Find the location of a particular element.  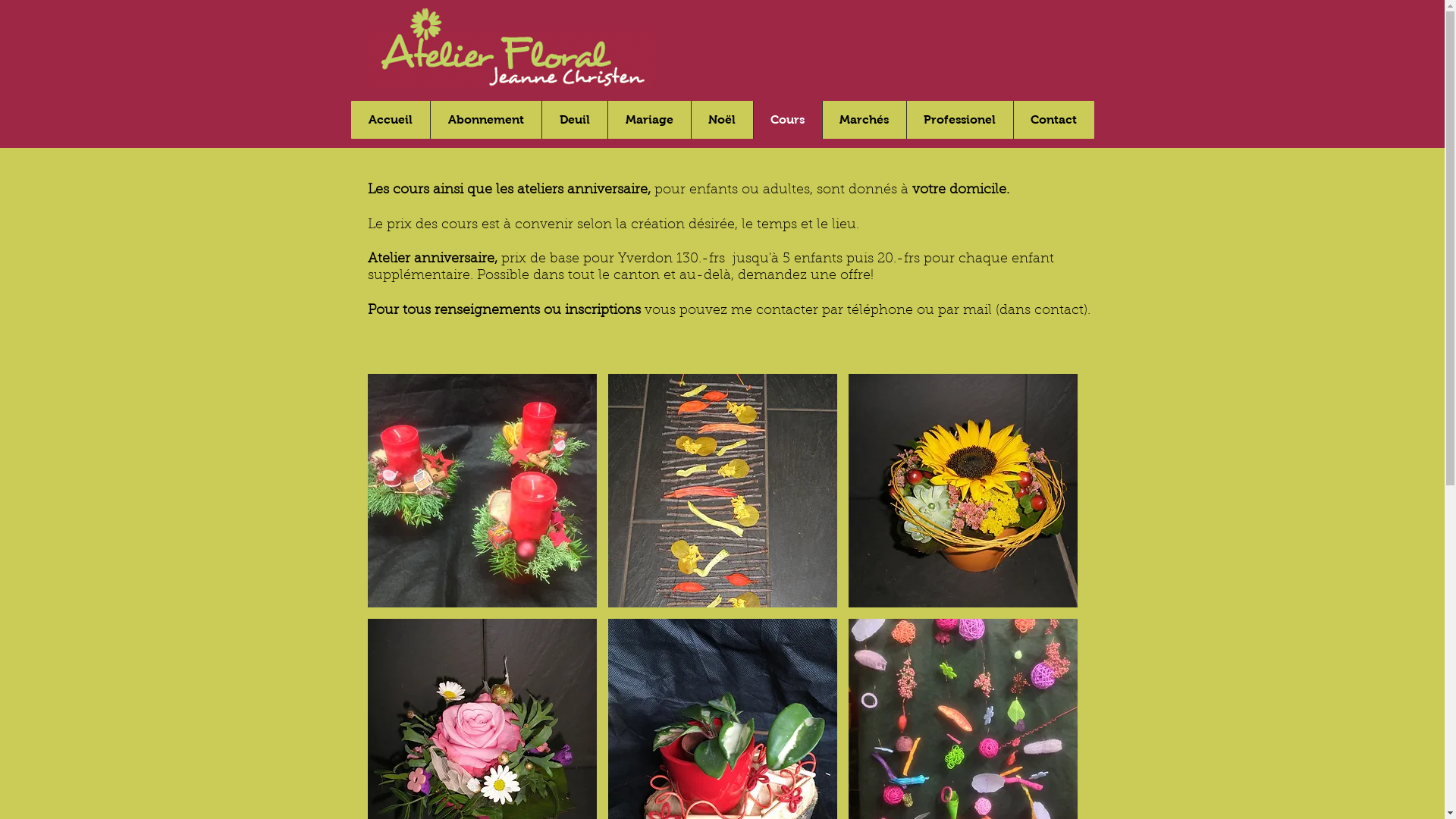

'Cours' is located at coordinates (786, 119).